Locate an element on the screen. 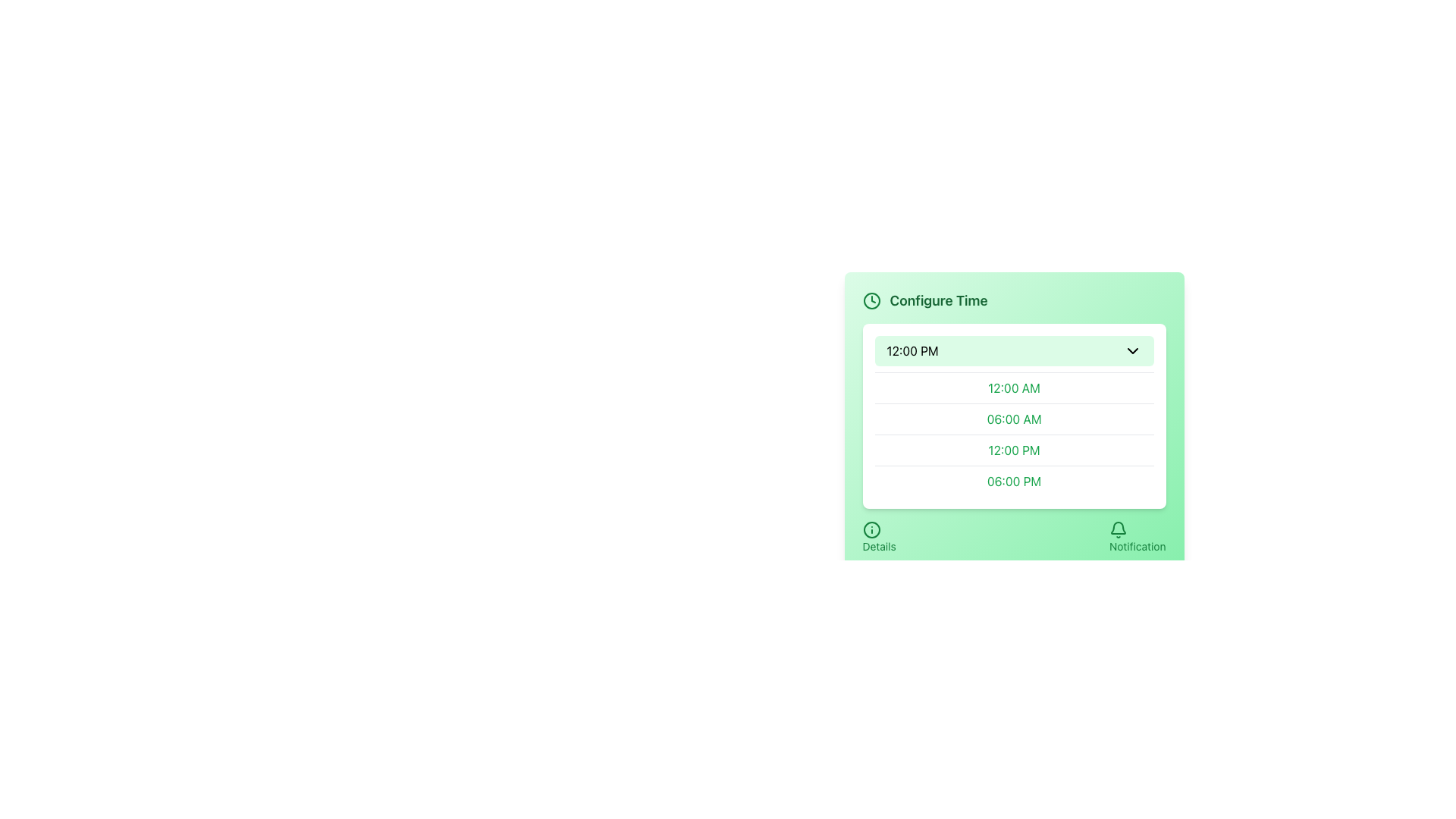 The width and height of the screenshot is (1456, 819). the selectable time option located in the third row of the dropdown menu is located at coordinates (1014, 449).